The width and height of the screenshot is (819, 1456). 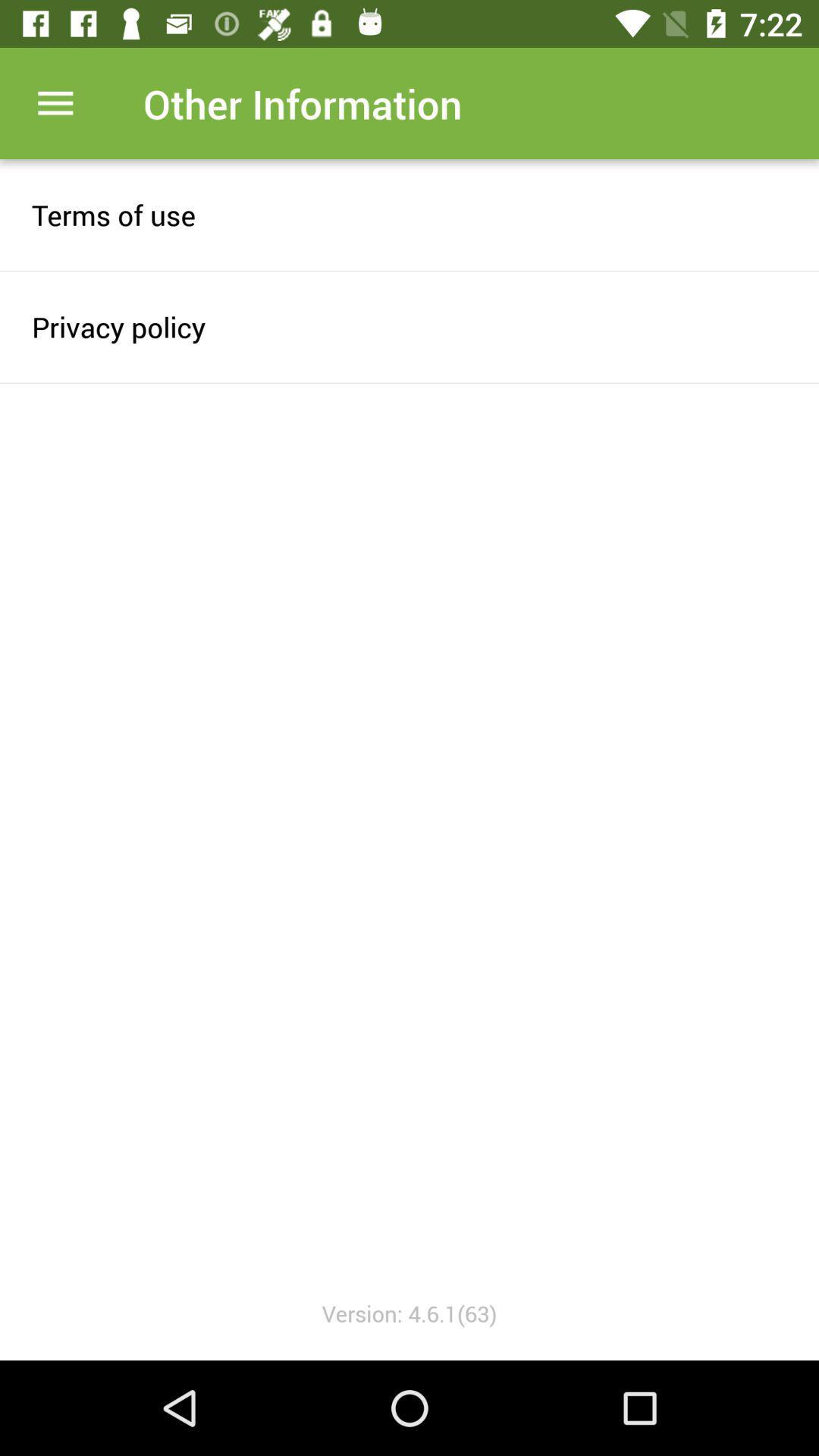 What do you see at coordinates (409, 214) in the screenshot?
I see `the terms of use` at bounding box center [409, 214].